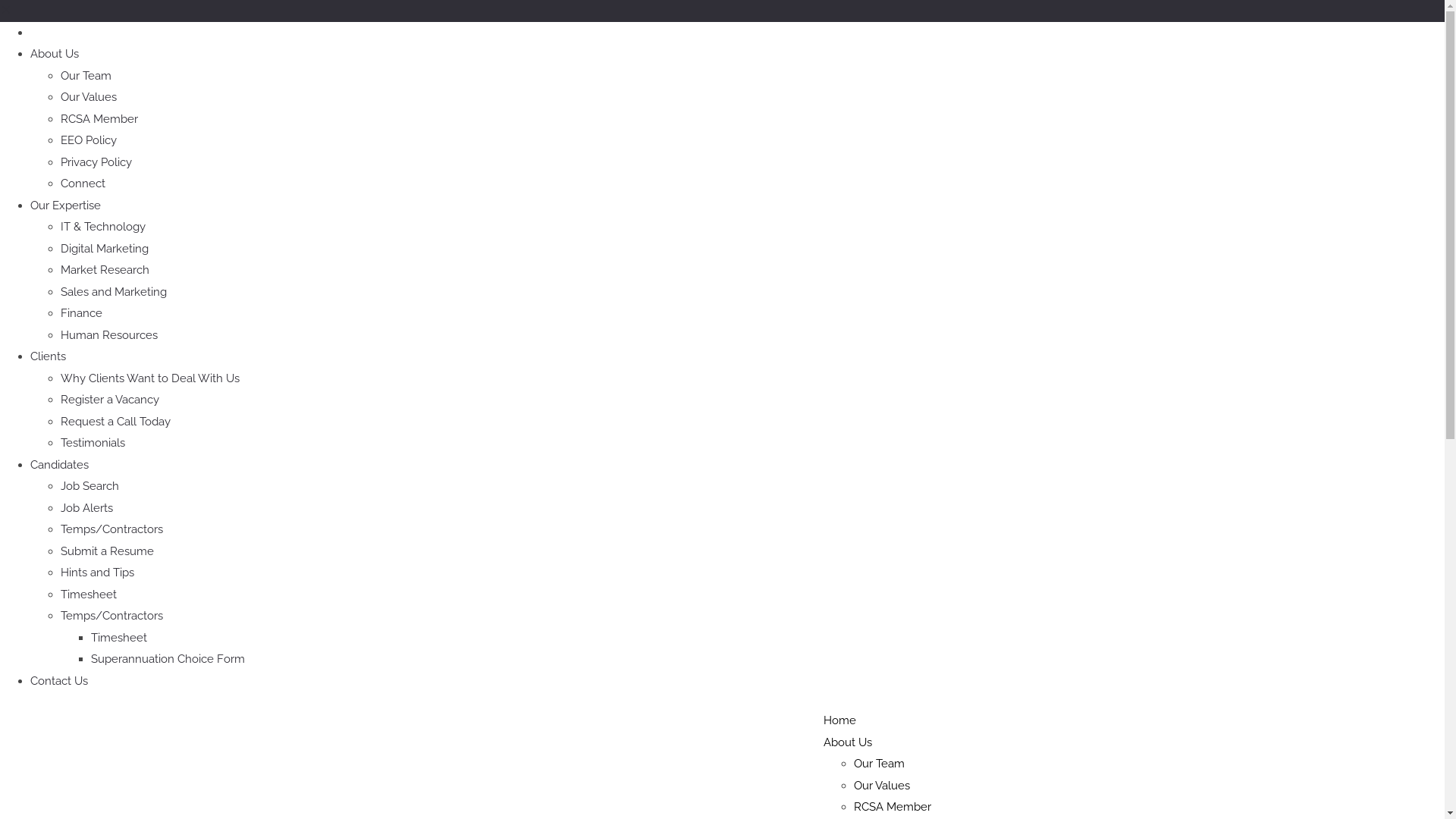  Describe the element at coordinates (879, 763) in the screenshot. I see `'Our Team'` at that location.